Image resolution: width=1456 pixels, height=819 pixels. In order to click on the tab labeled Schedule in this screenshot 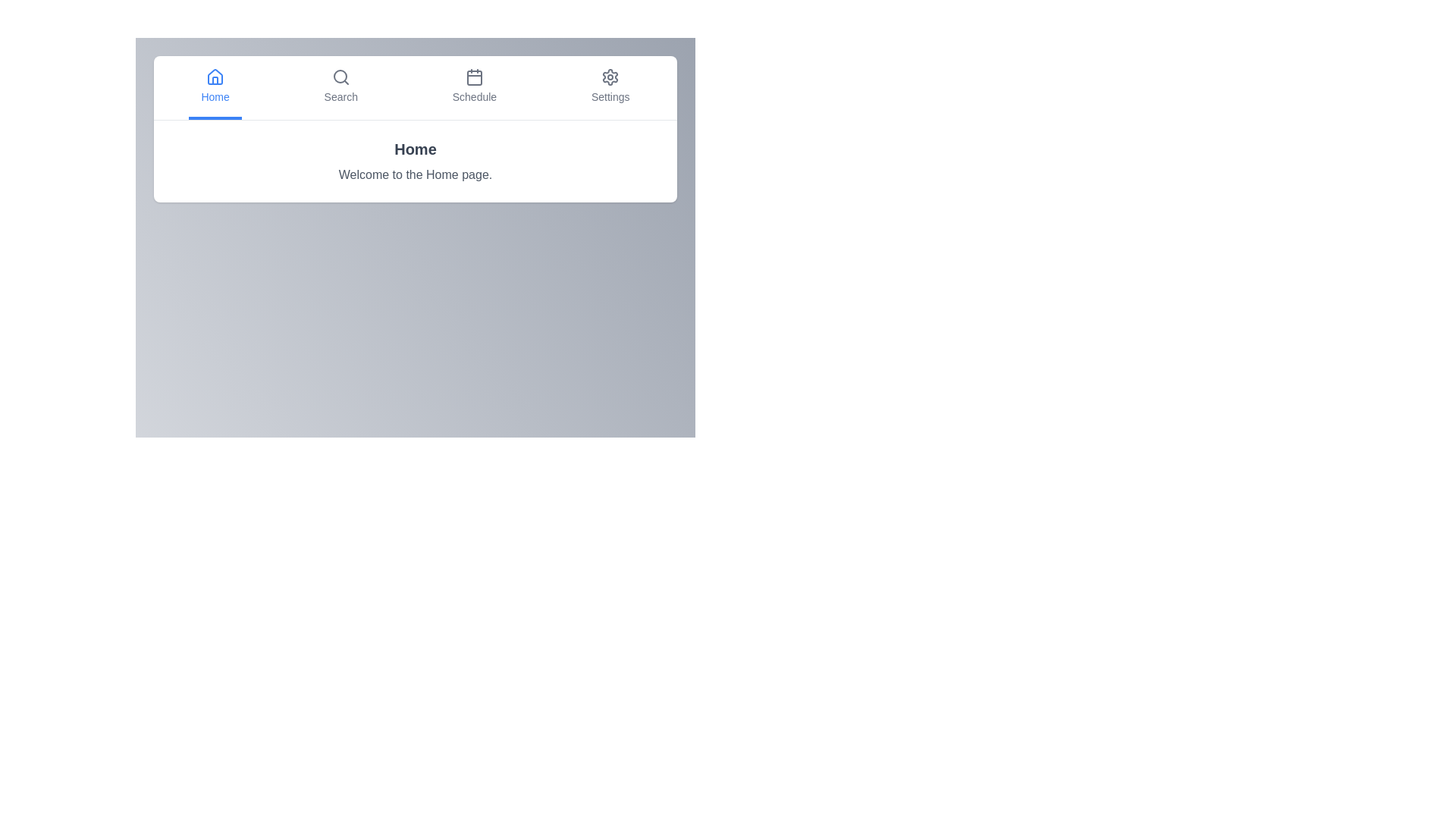, I will do `click(473, 87)`.